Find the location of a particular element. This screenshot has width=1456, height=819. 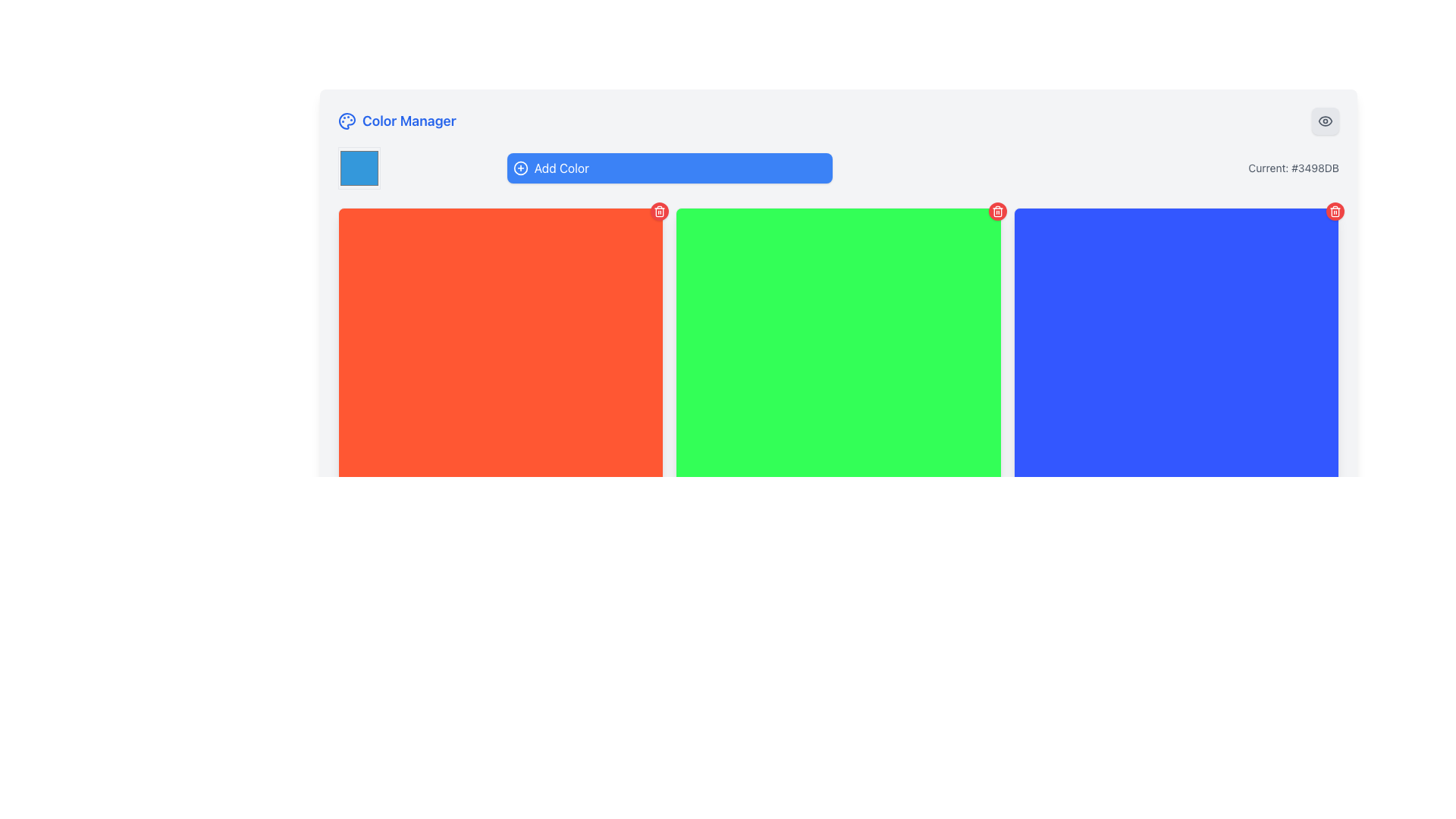

the small, round, red icon button featuring a white trash icon located at the top-right corner of the vibrant orange square tile is located at coordinates (660, 211).